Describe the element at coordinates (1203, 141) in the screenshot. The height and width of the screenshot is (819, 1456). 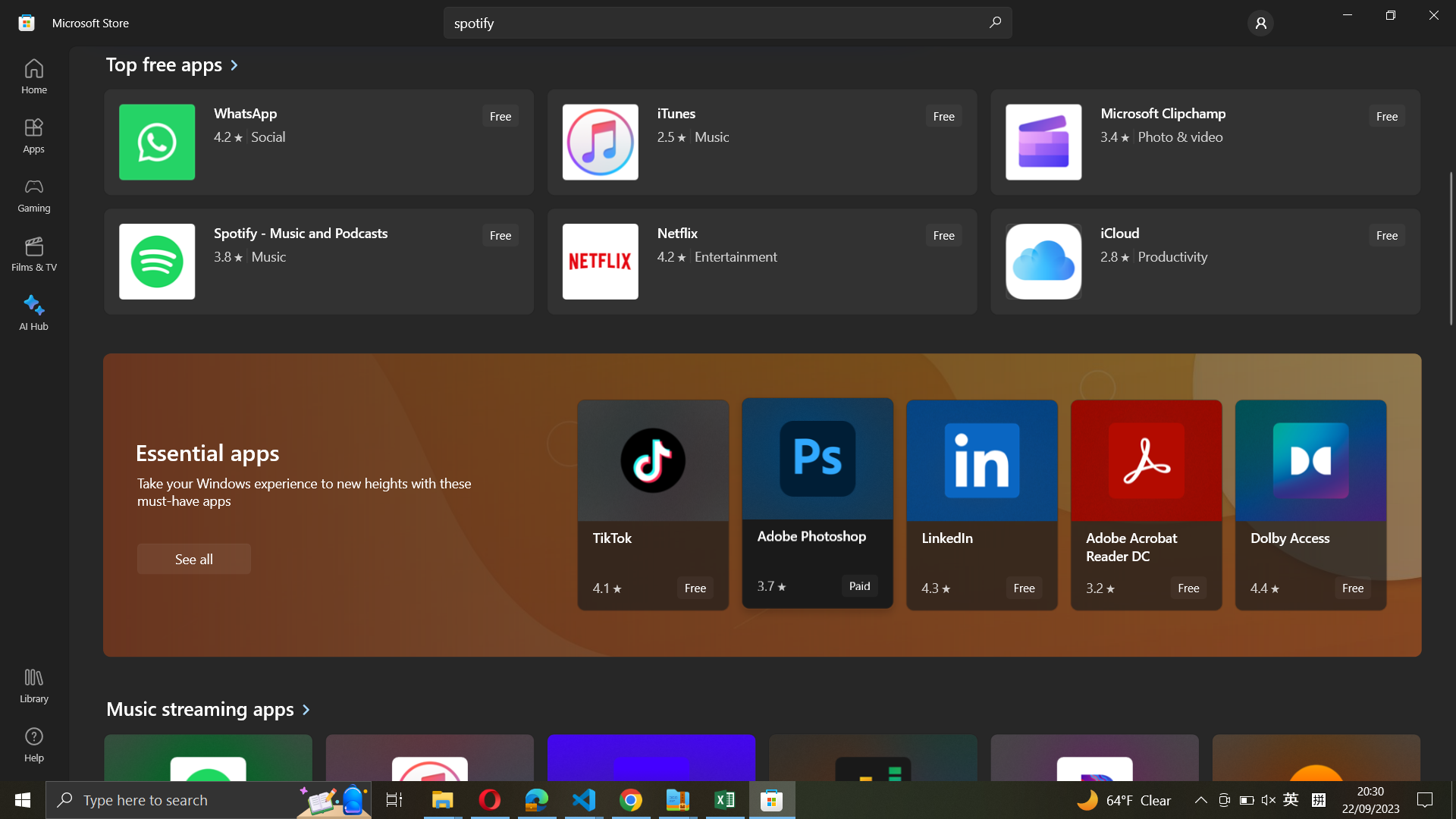
I see `the operation of Microsoft Clipchamp` at that location.